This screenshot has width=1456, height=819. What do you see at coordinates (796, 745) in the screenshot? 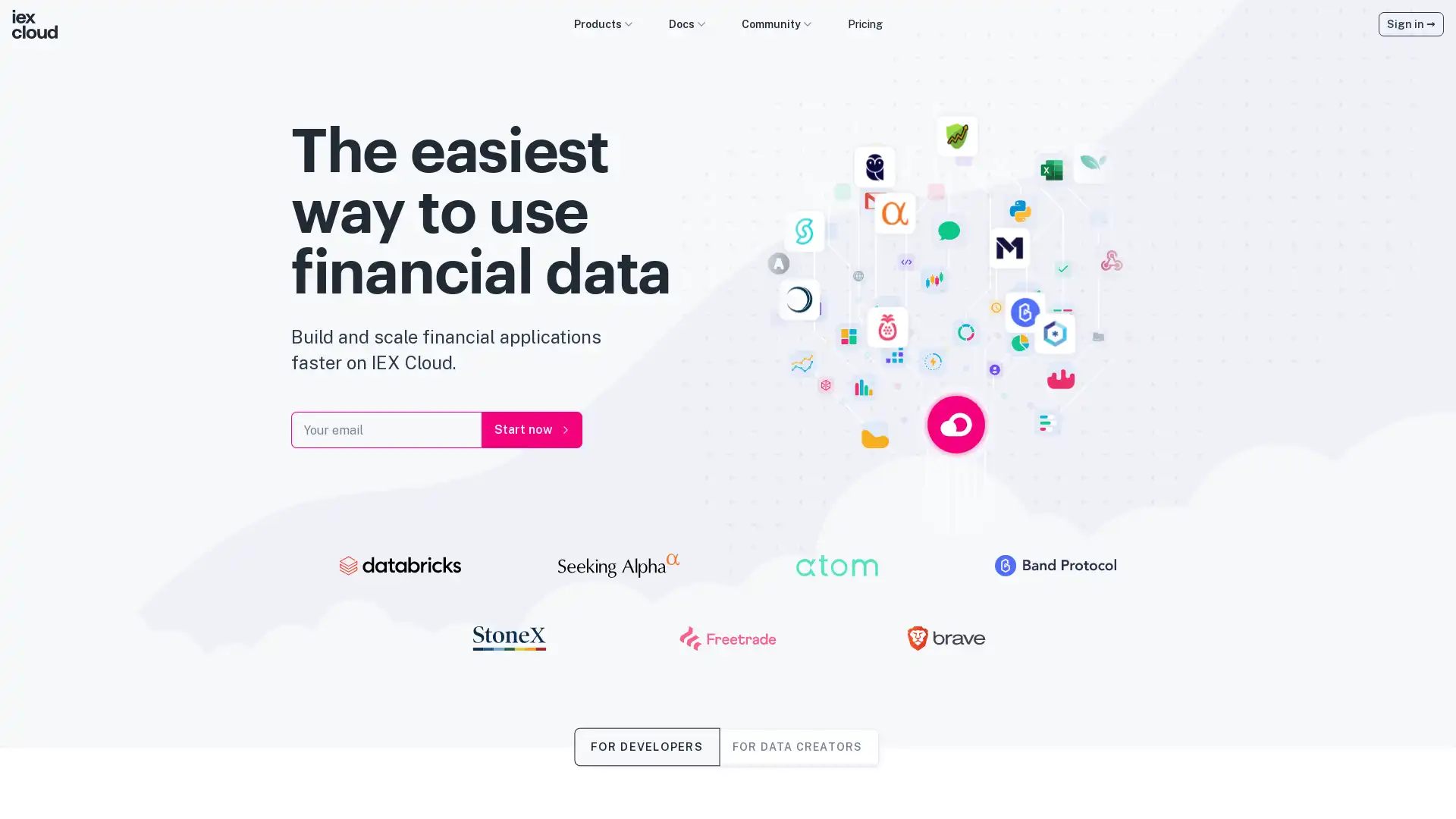
I see `FOR DATA CREATORS` at bounding box center [796, 745].